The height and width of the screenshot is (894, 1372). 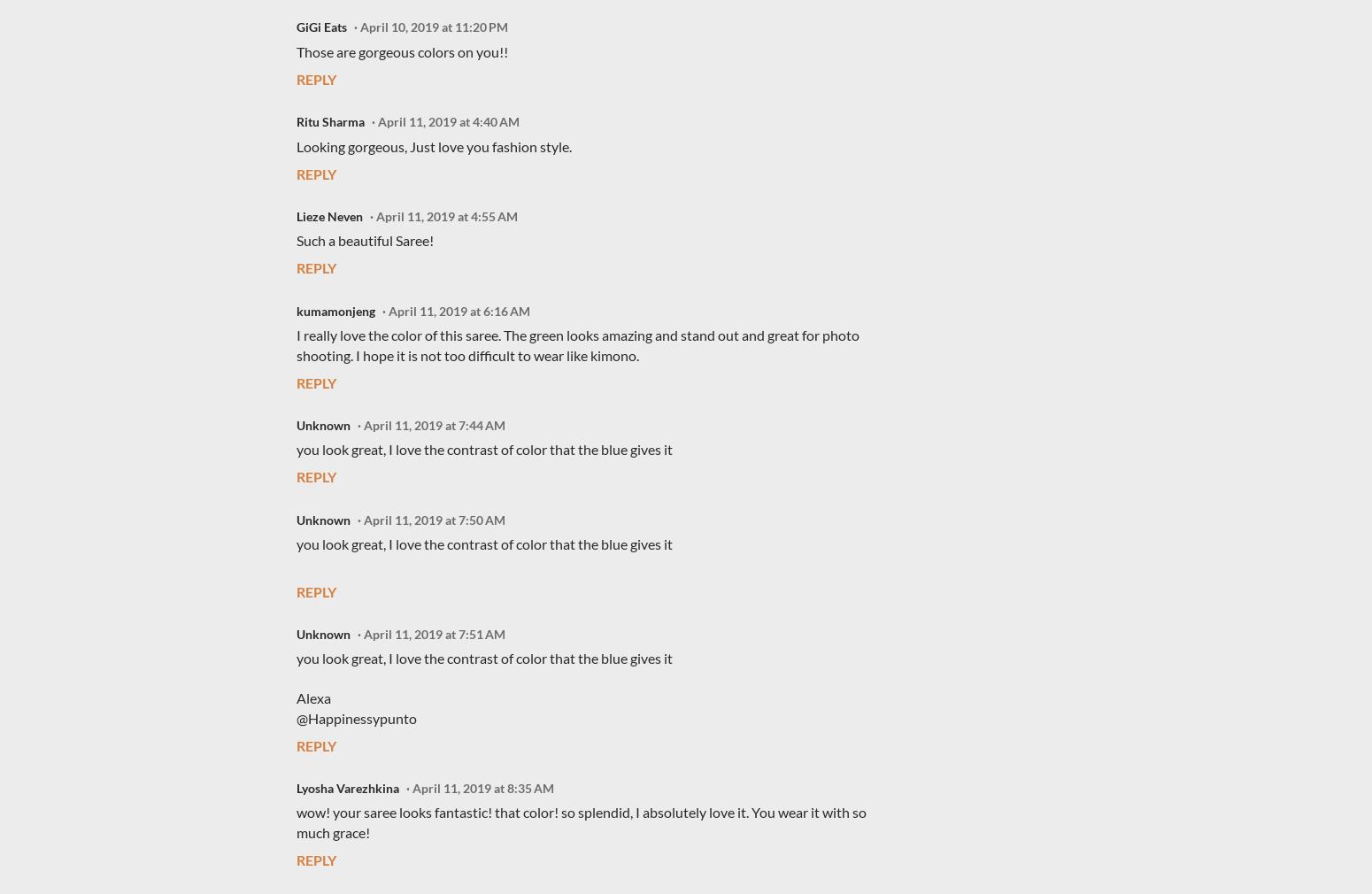 What do you see at coordinates (329, 120) in the screenshot?
I see `'Ritu Sharma'` at bounding box center [329, 120].